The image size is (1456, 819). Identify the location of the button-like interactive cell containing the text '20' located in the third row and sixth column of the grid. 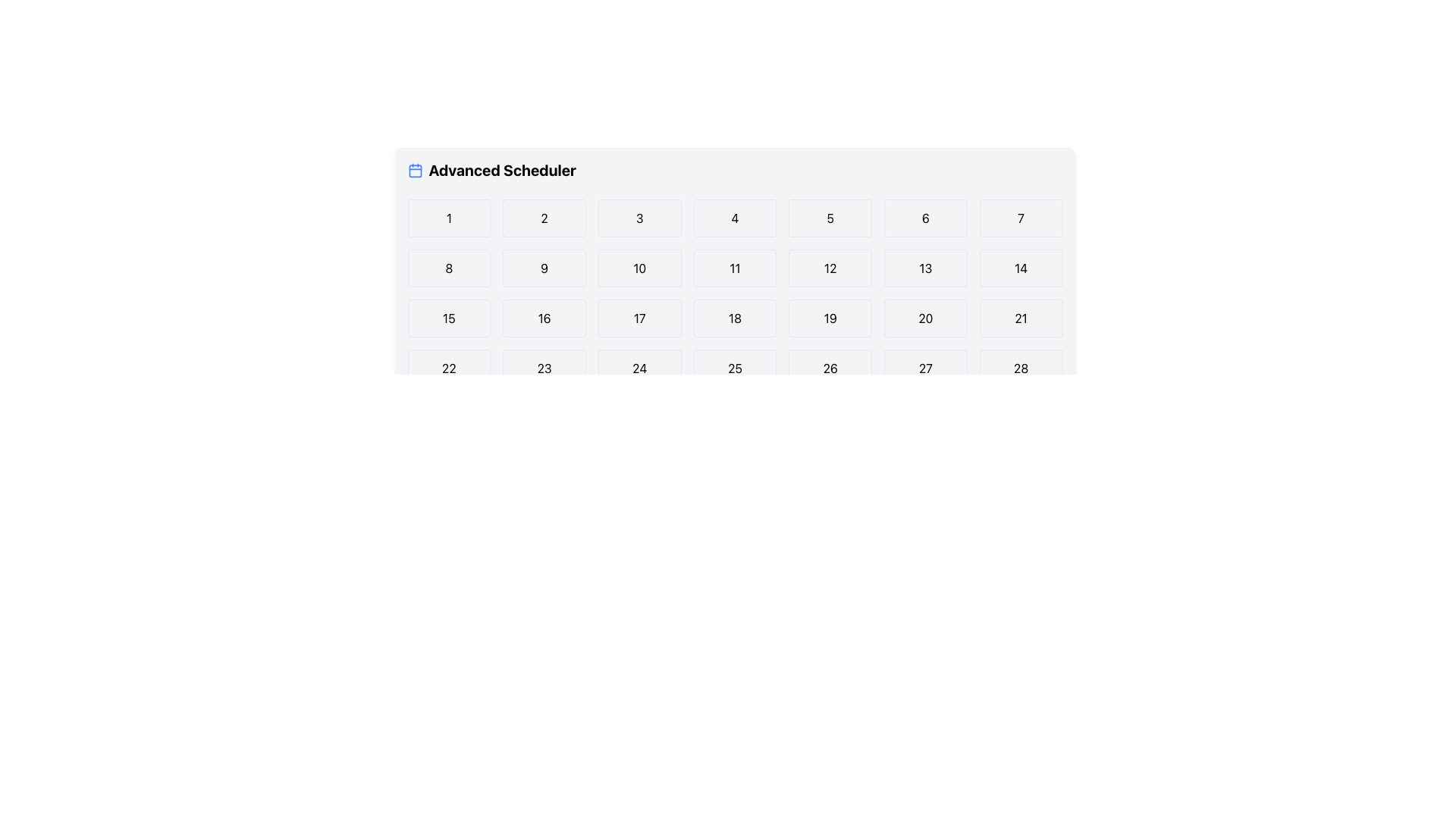
(924, 318).